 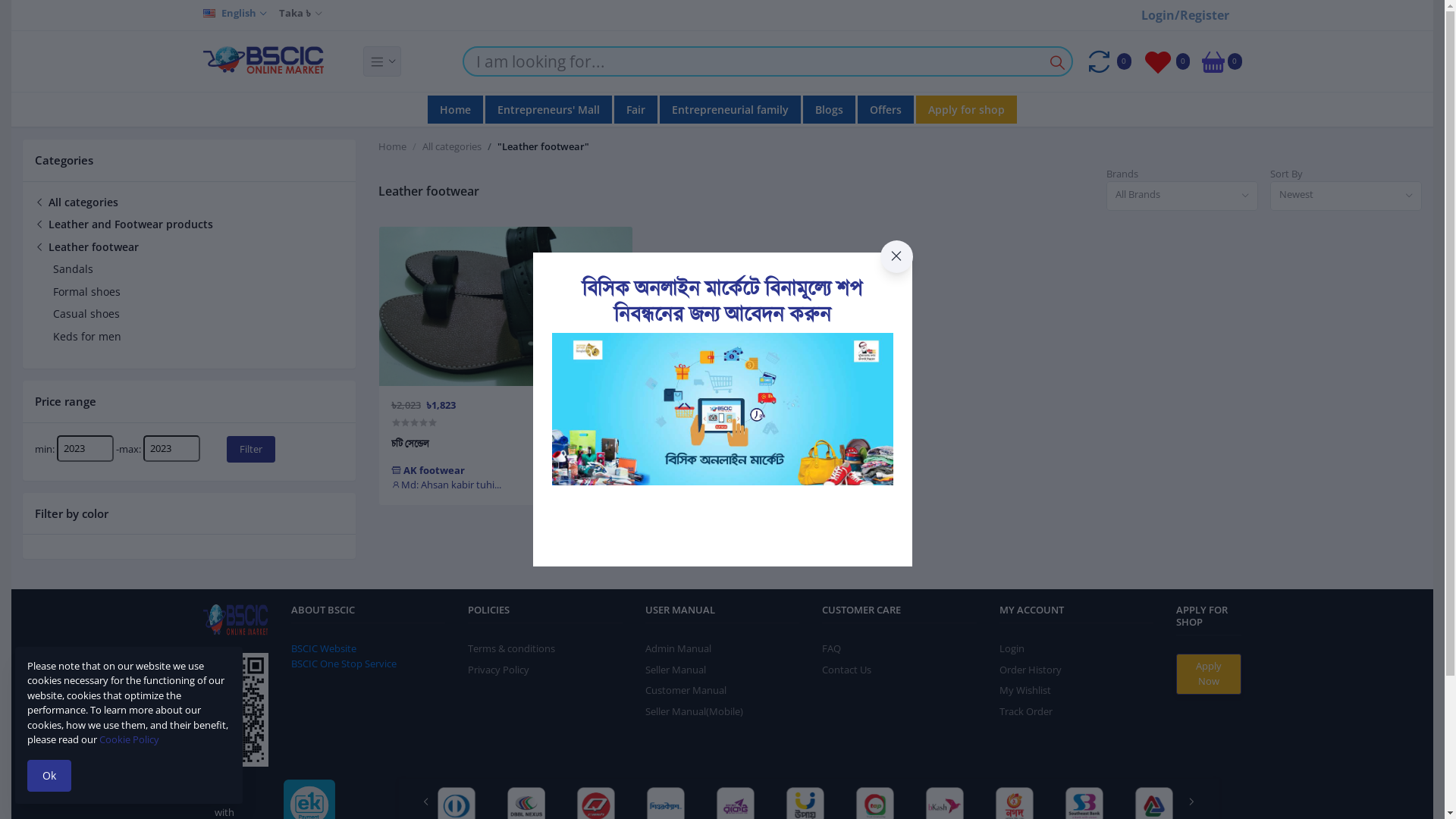 I want to click on 'Apply for shop', so click(x=965, y=108).